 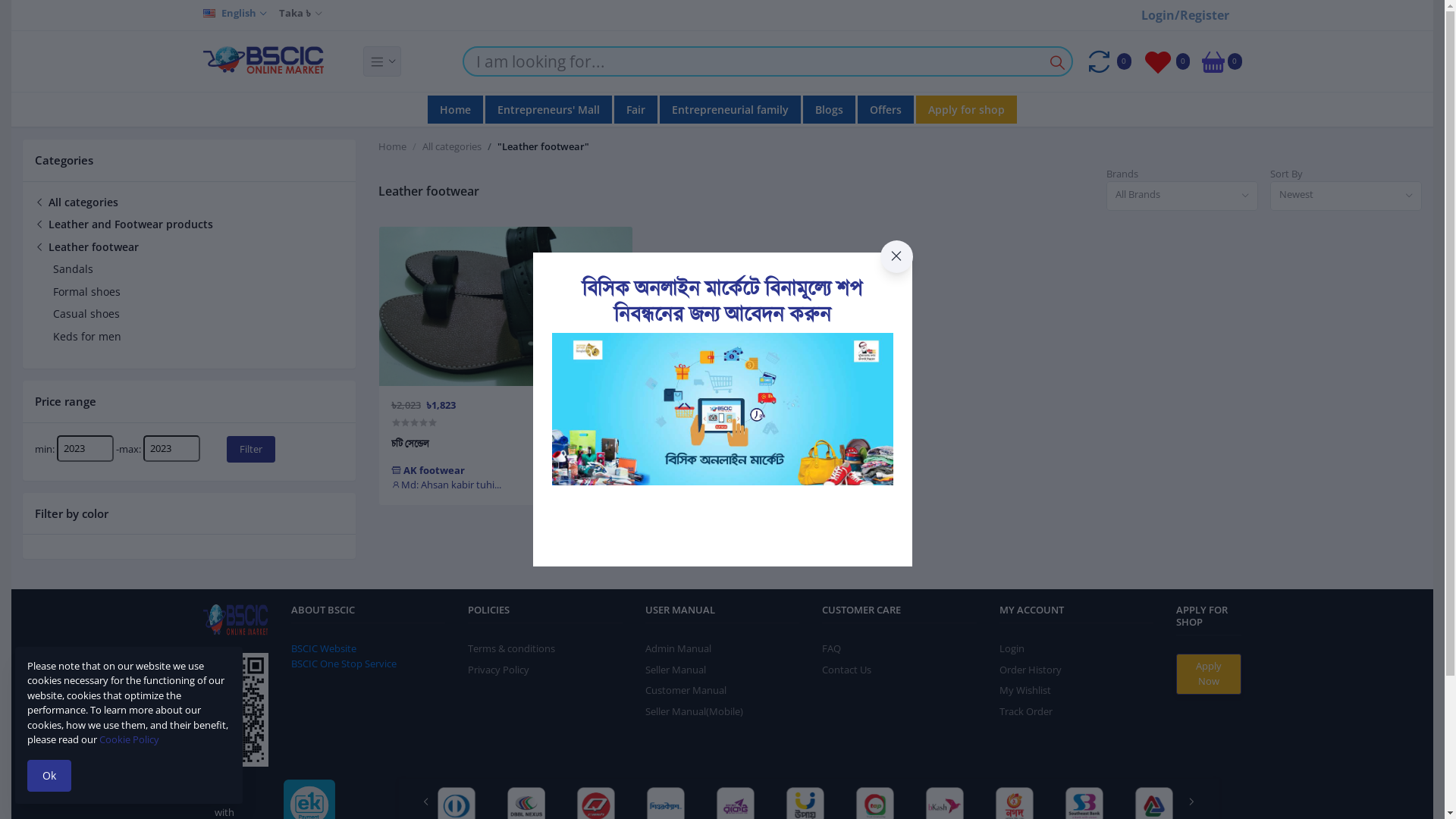 I want to click on 'Apply for shop', so click(x=965, y=108).